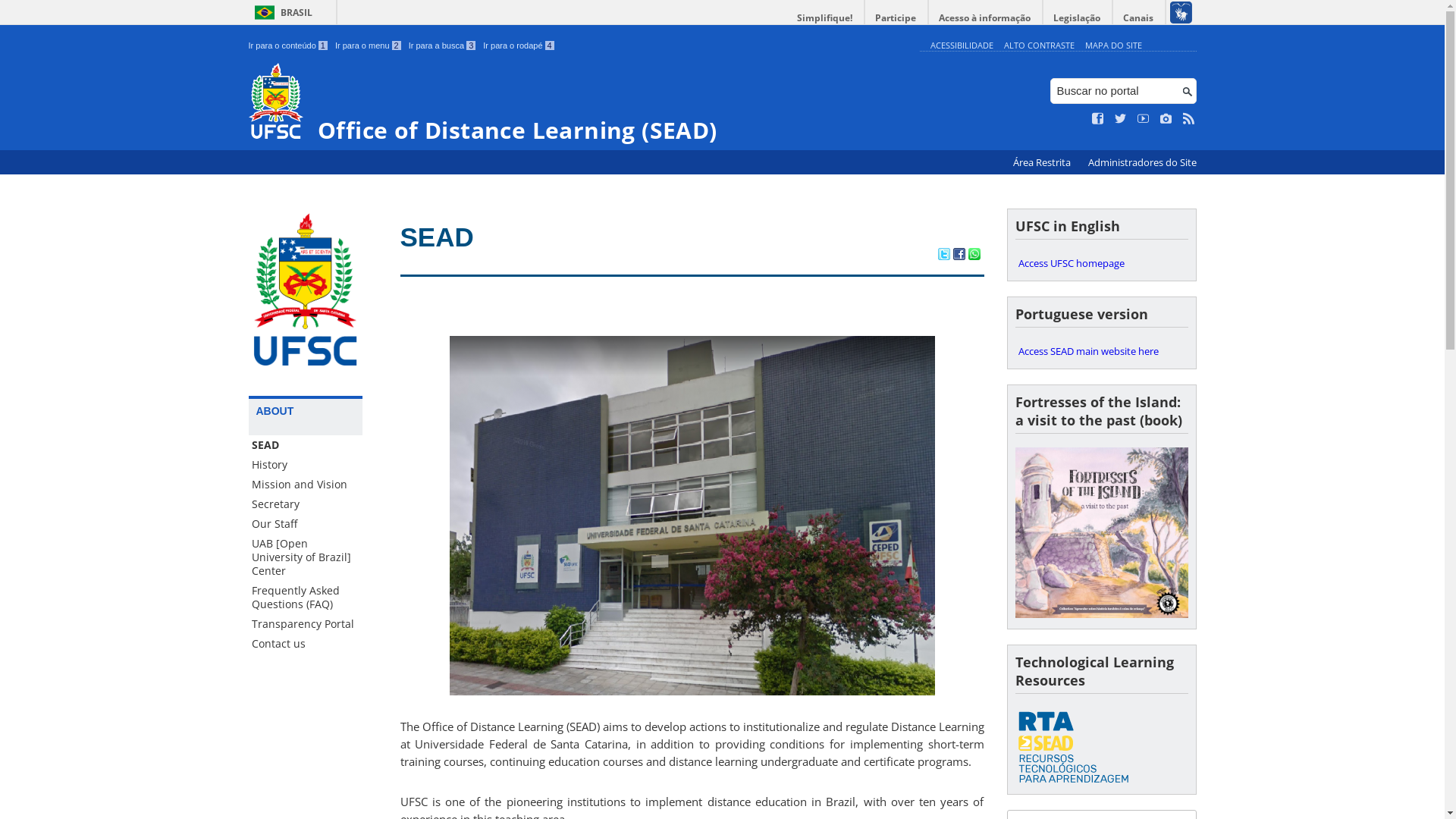 The height and width of the screenshot is (819, 1456). Describe the element at coordinates (1092, 118) in the screenshot. I see `'Curta no Facebook'` at that location.